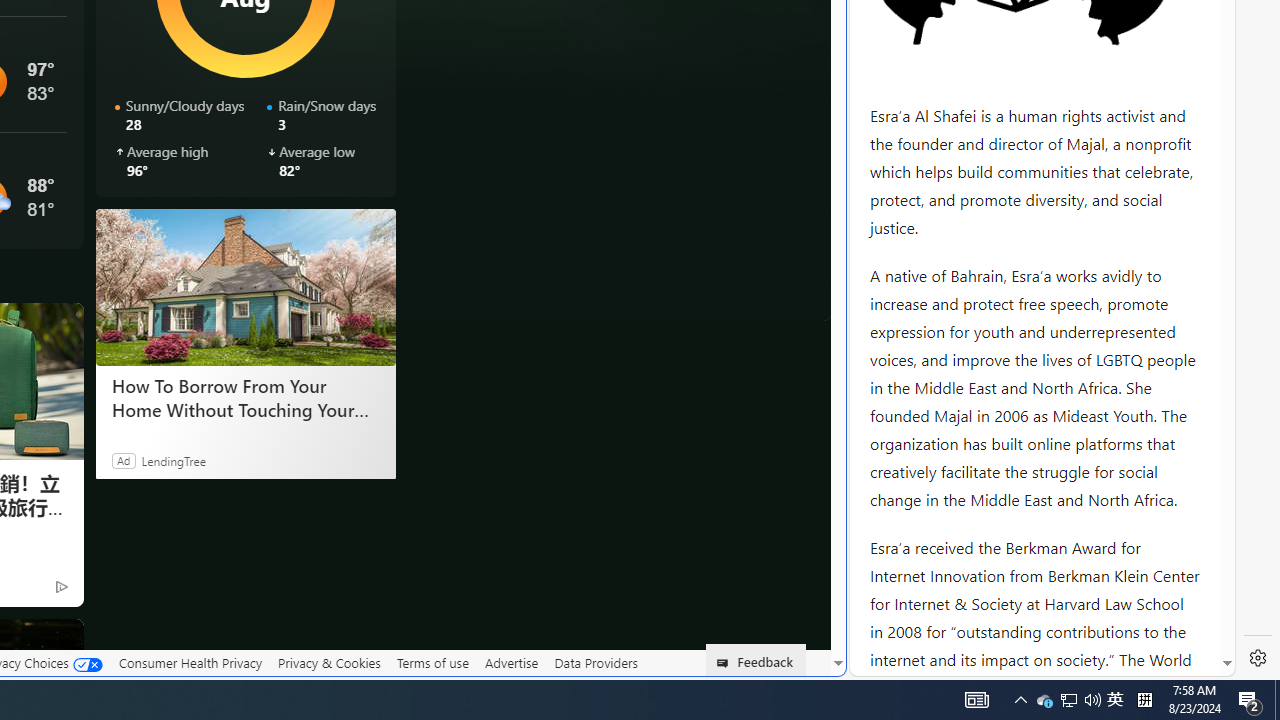  What do you see at coordinates (329, 663) in the screenshot?
I see `'Privacy & Cookies'` at bounding box center [329, 663].